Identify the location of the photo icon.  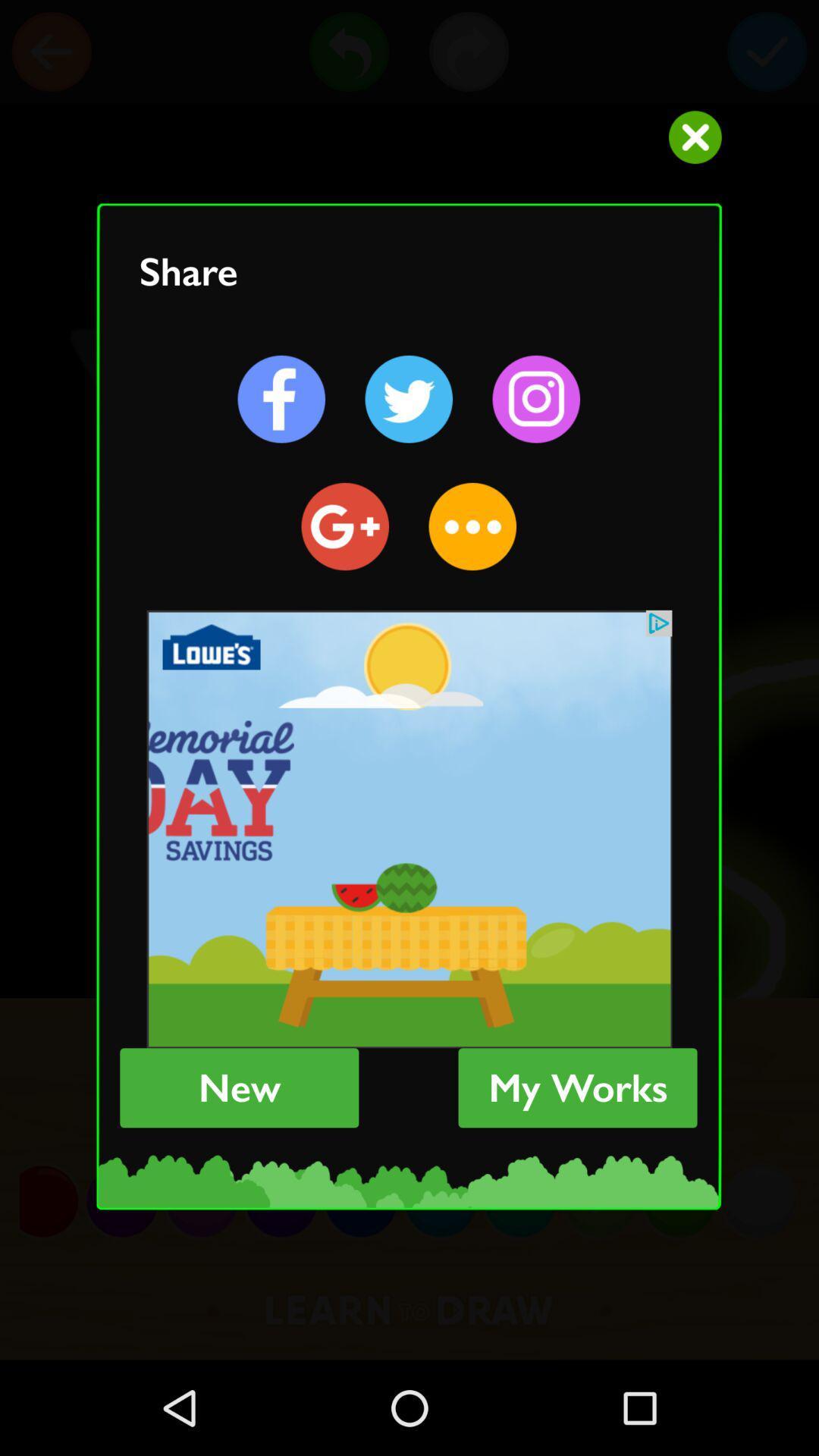
(535, 399).